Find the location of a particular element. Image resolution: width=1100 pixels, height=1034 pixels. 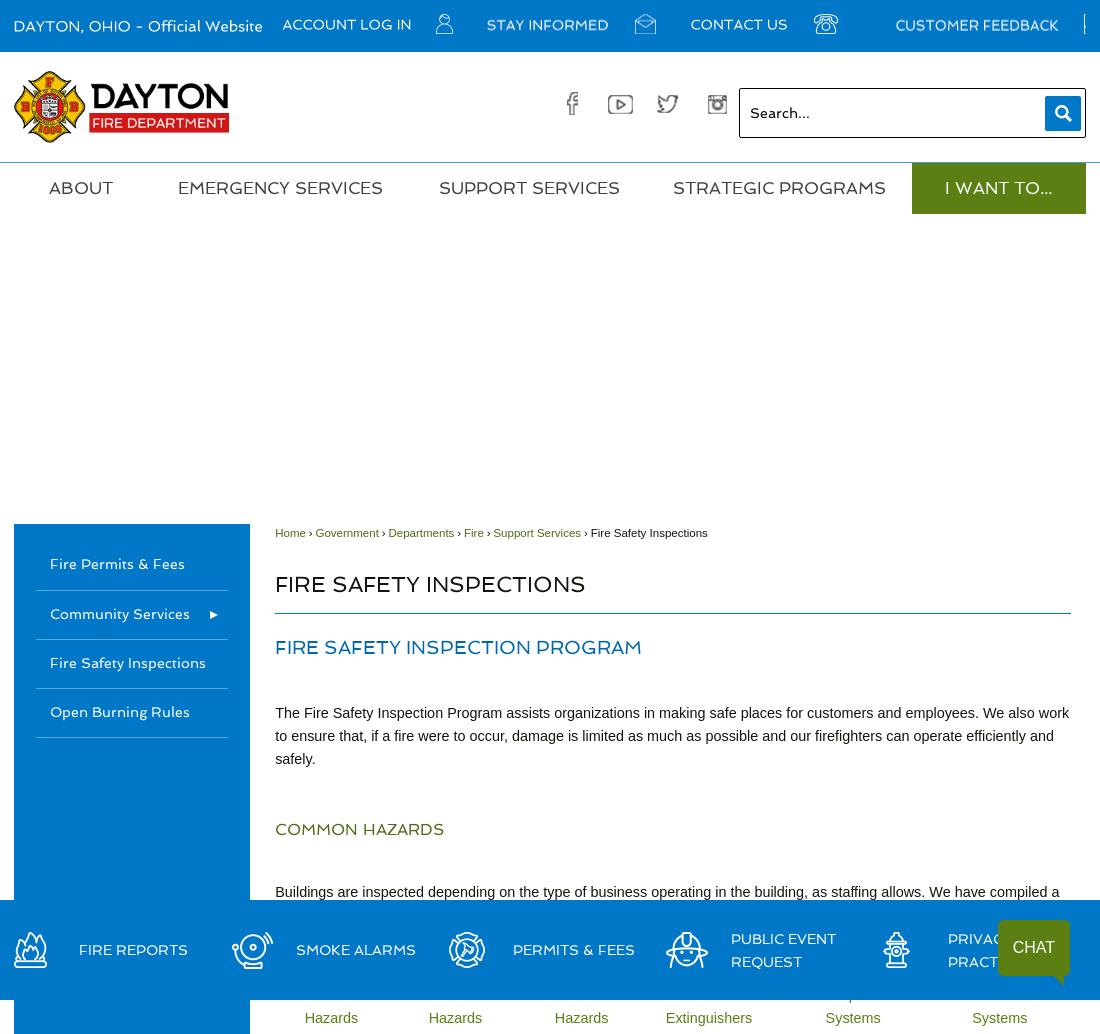

'Fire Permits & Fees' is located at coordinates (117, 563).